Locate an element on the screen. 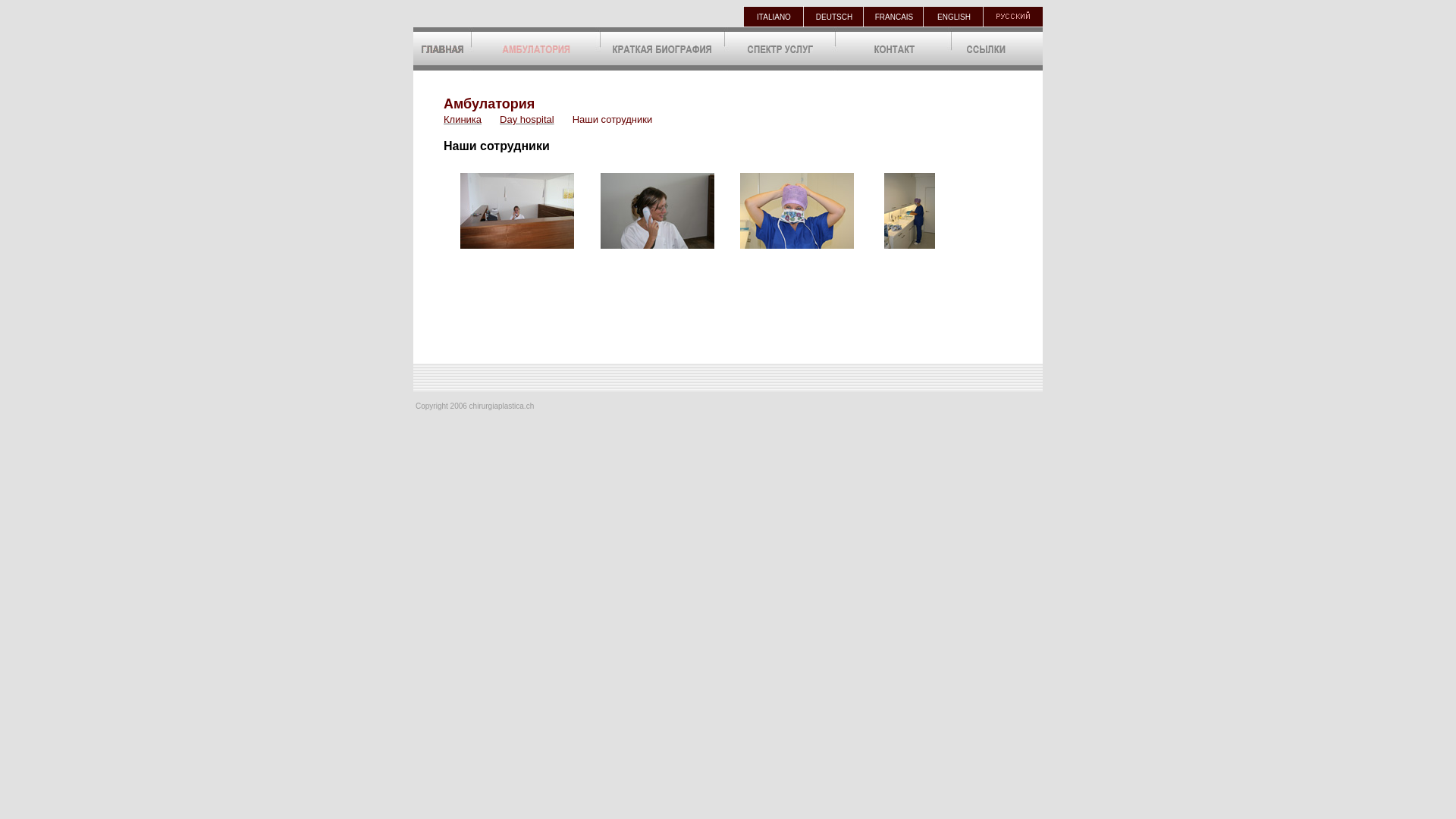  'Day hospital' is located at coordinates (527, 118).